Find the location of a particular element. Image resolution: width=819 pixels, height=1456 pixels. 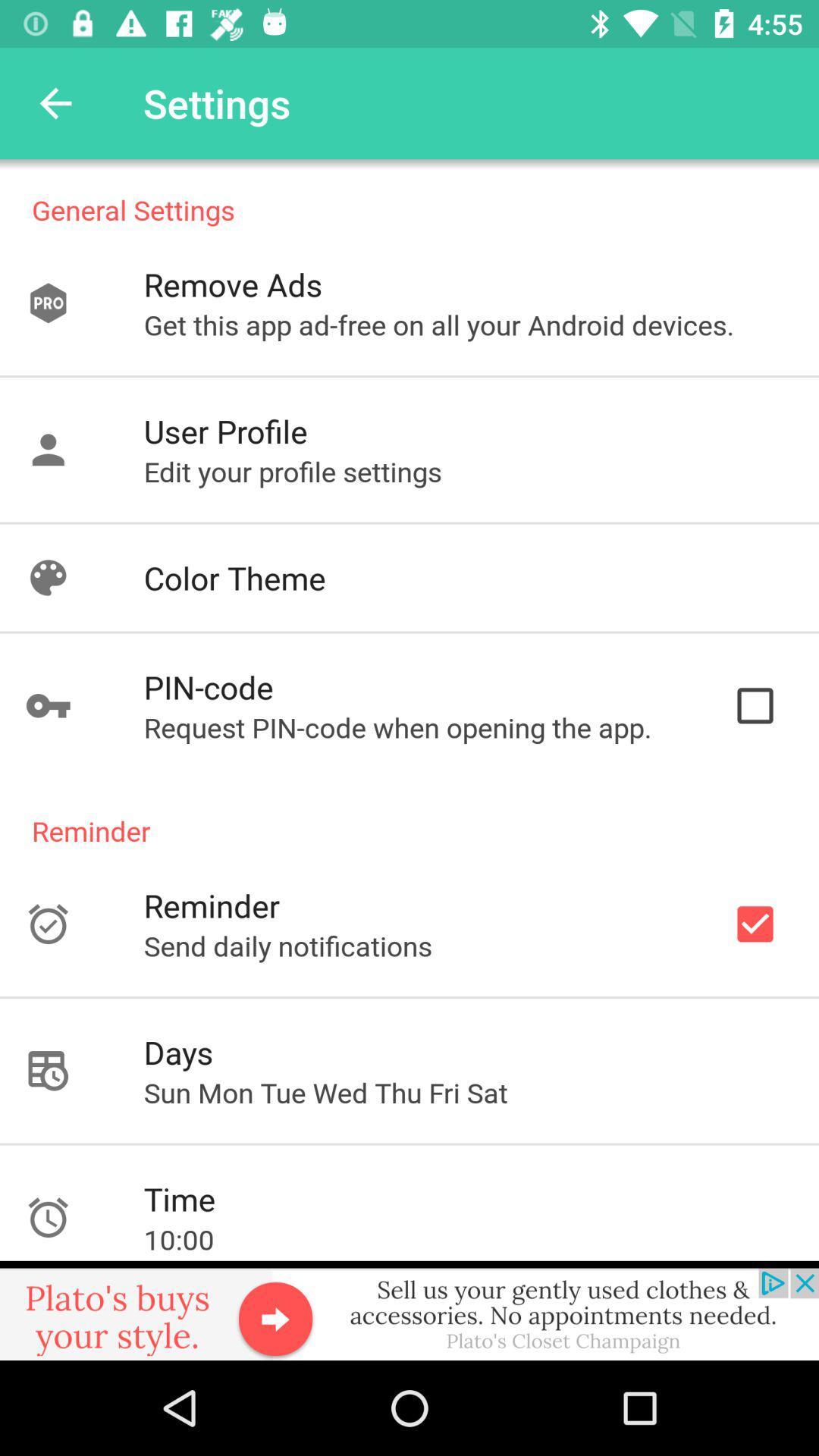

option is located at coordinates (409, 1310).